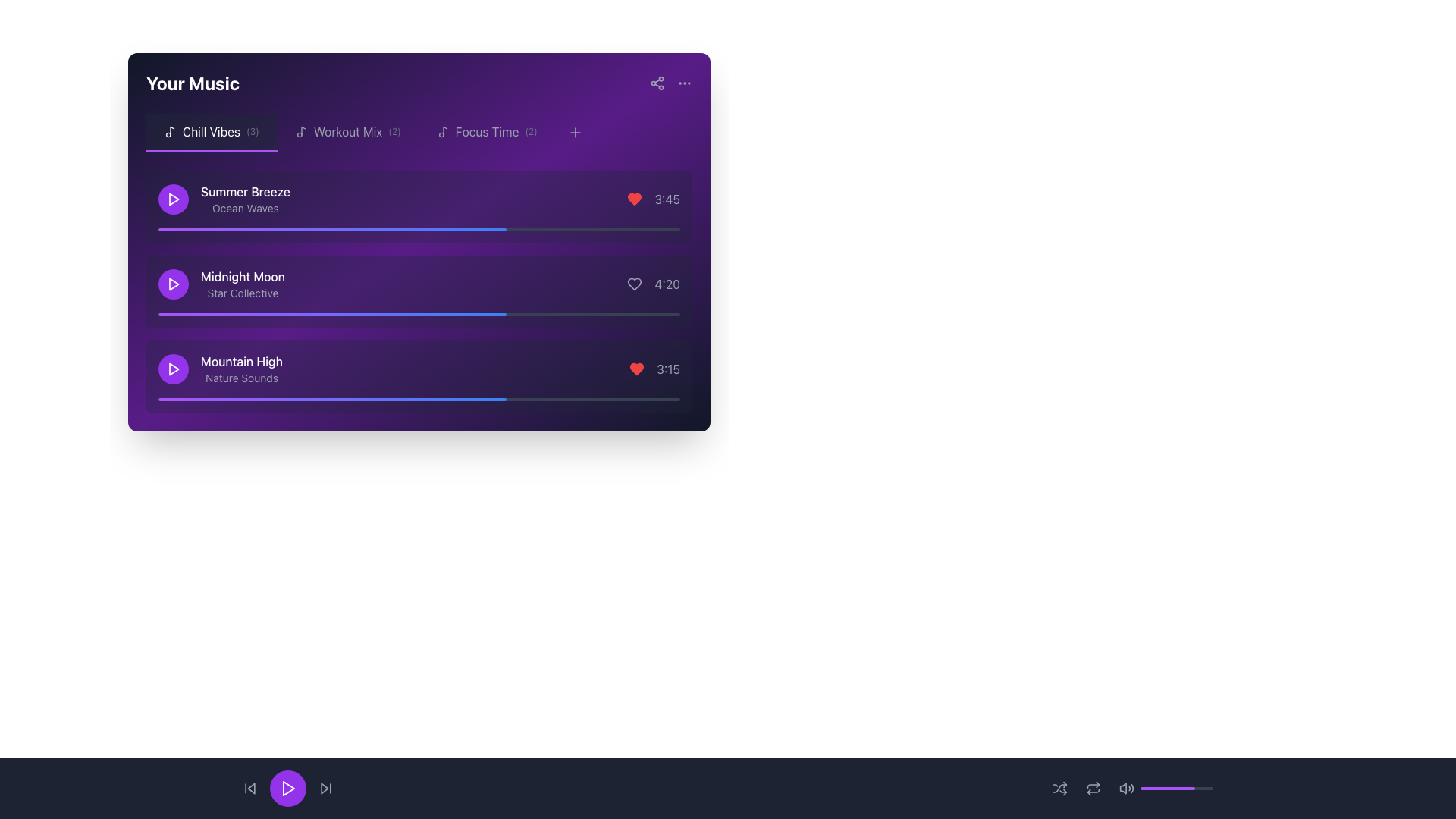 The image size is (1456, 819). Describe the element at coordinates (638, 230) in the screenshot. I see `progress` at that location.